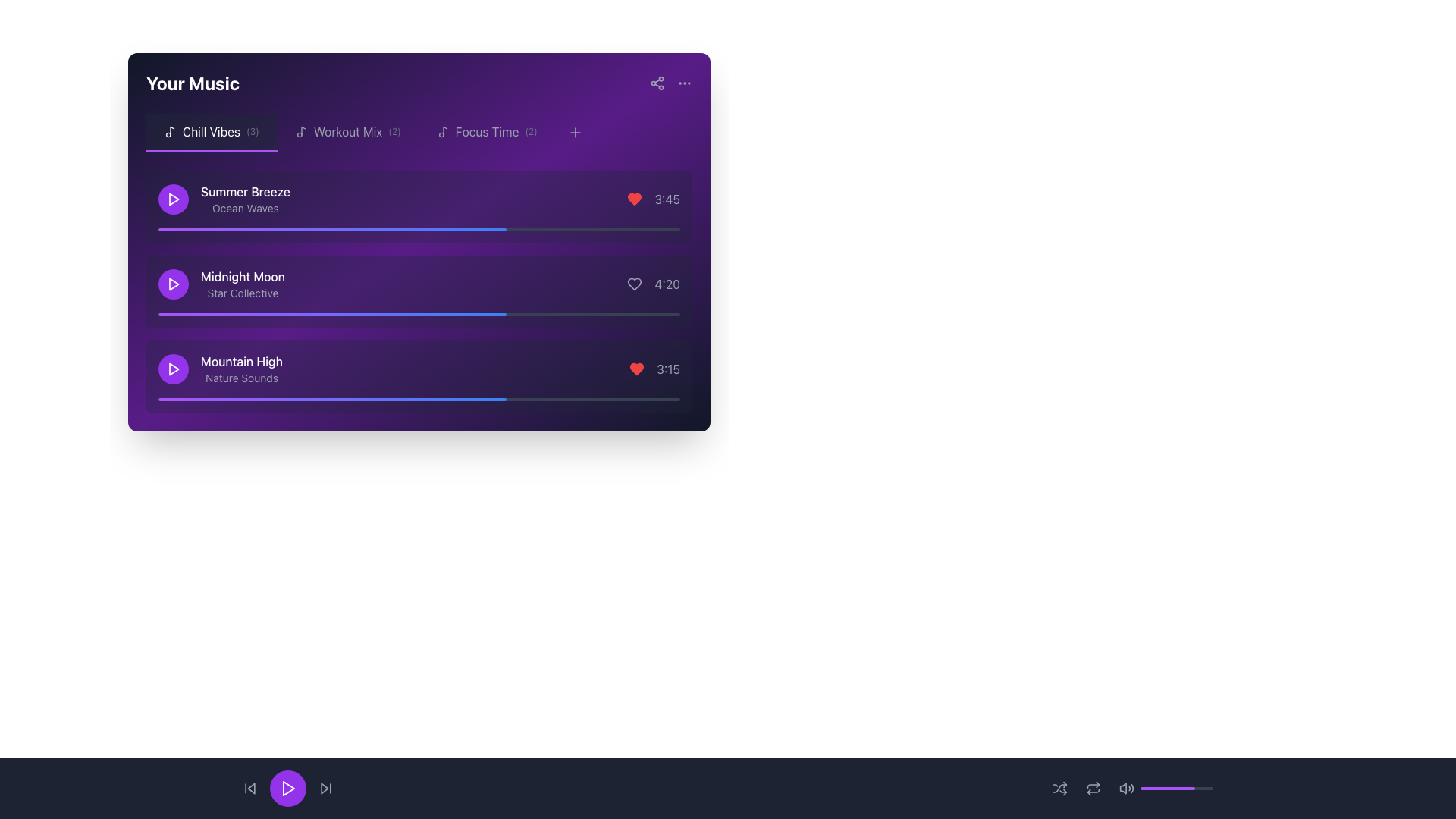 The image size is (1456, 819). Describe the element at coordinates (638, 230) in the screenshot. I see `progress` at that location.